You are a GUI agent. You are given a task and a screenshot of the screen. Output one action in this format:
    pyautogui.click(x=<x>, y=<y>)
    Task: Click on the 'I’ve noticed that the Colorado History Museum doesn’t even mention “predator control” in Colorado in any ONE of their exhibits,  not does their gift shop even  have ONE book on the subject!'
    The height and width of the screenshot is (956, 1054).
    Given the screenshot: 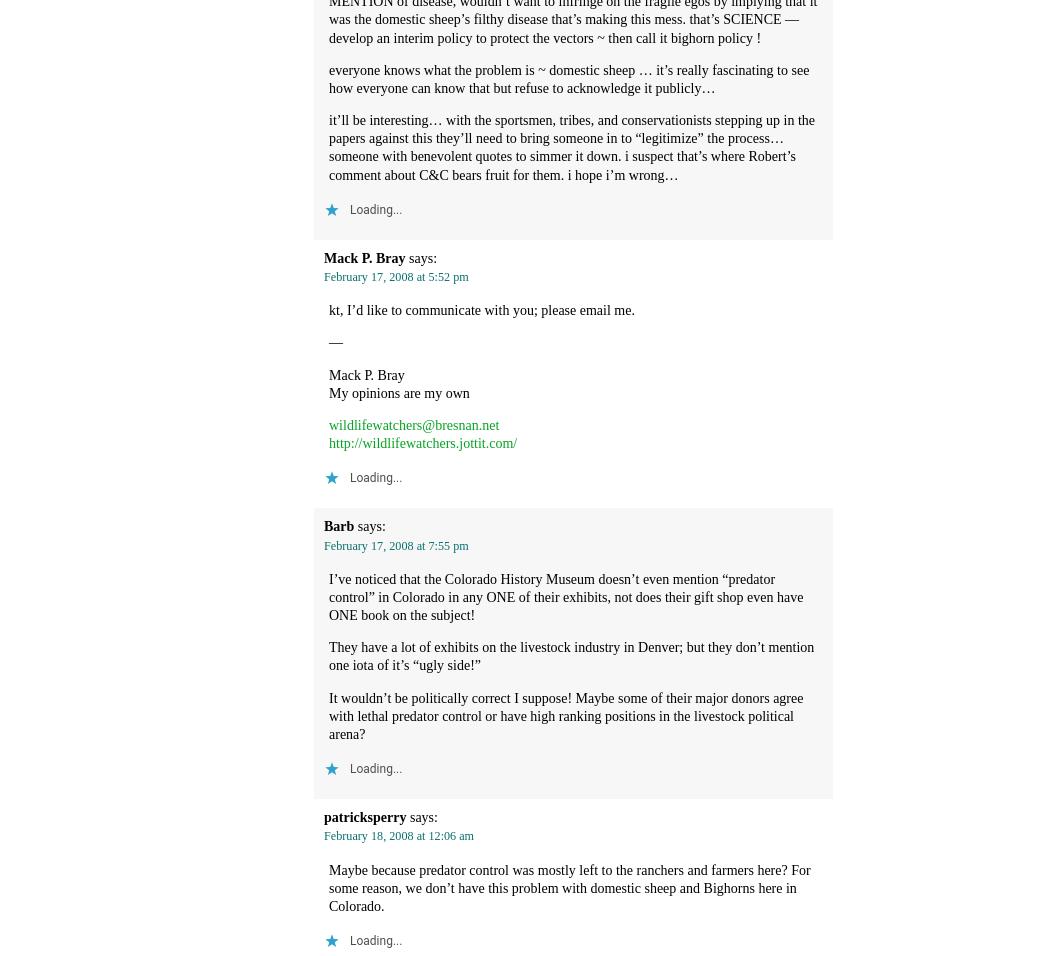 What is the action you would take?
    pyautogui.click(x=565, y=596)
    